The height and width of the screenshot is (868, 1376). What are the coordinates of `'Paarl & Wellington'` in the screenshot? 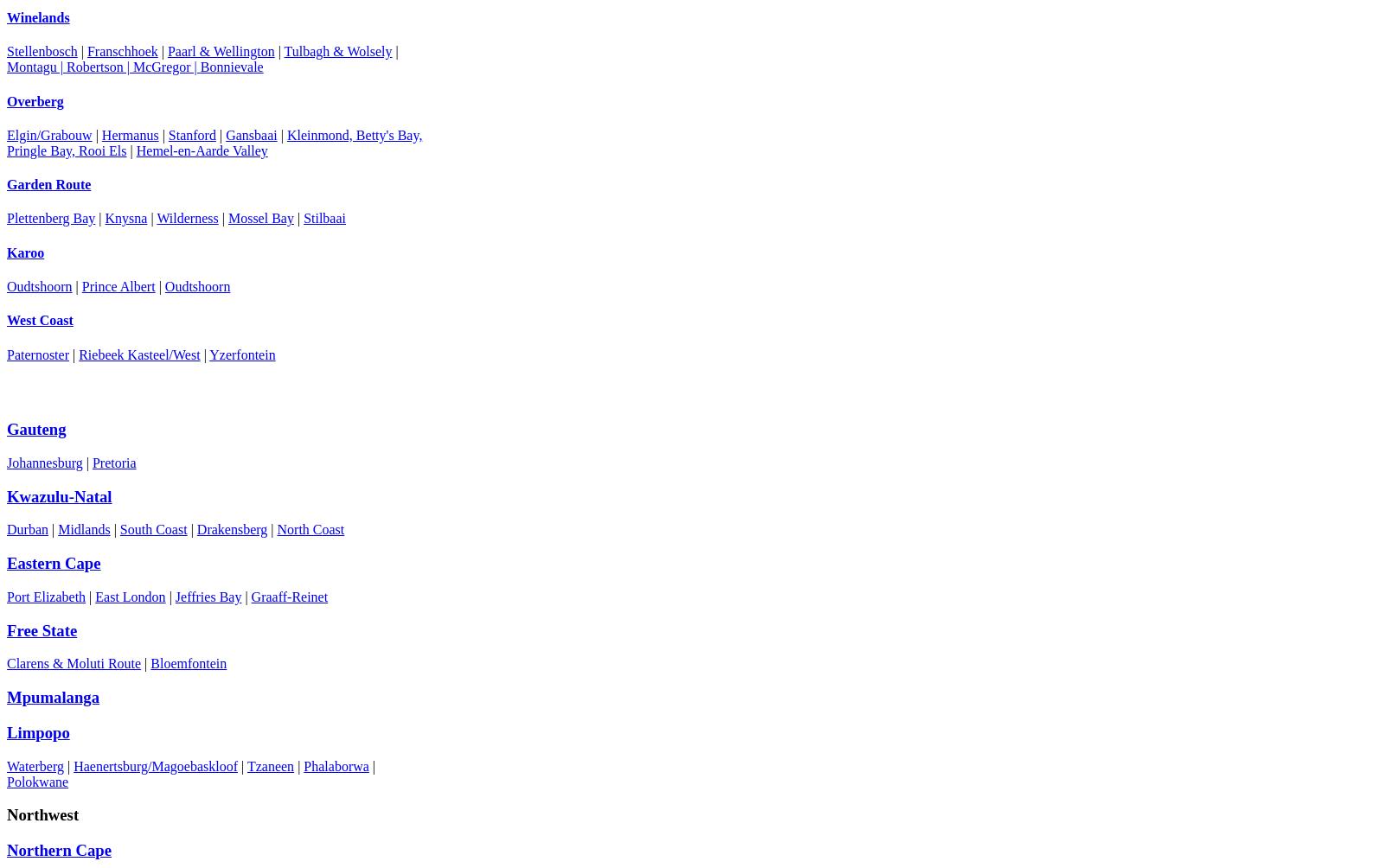 It's located at (165, 51).